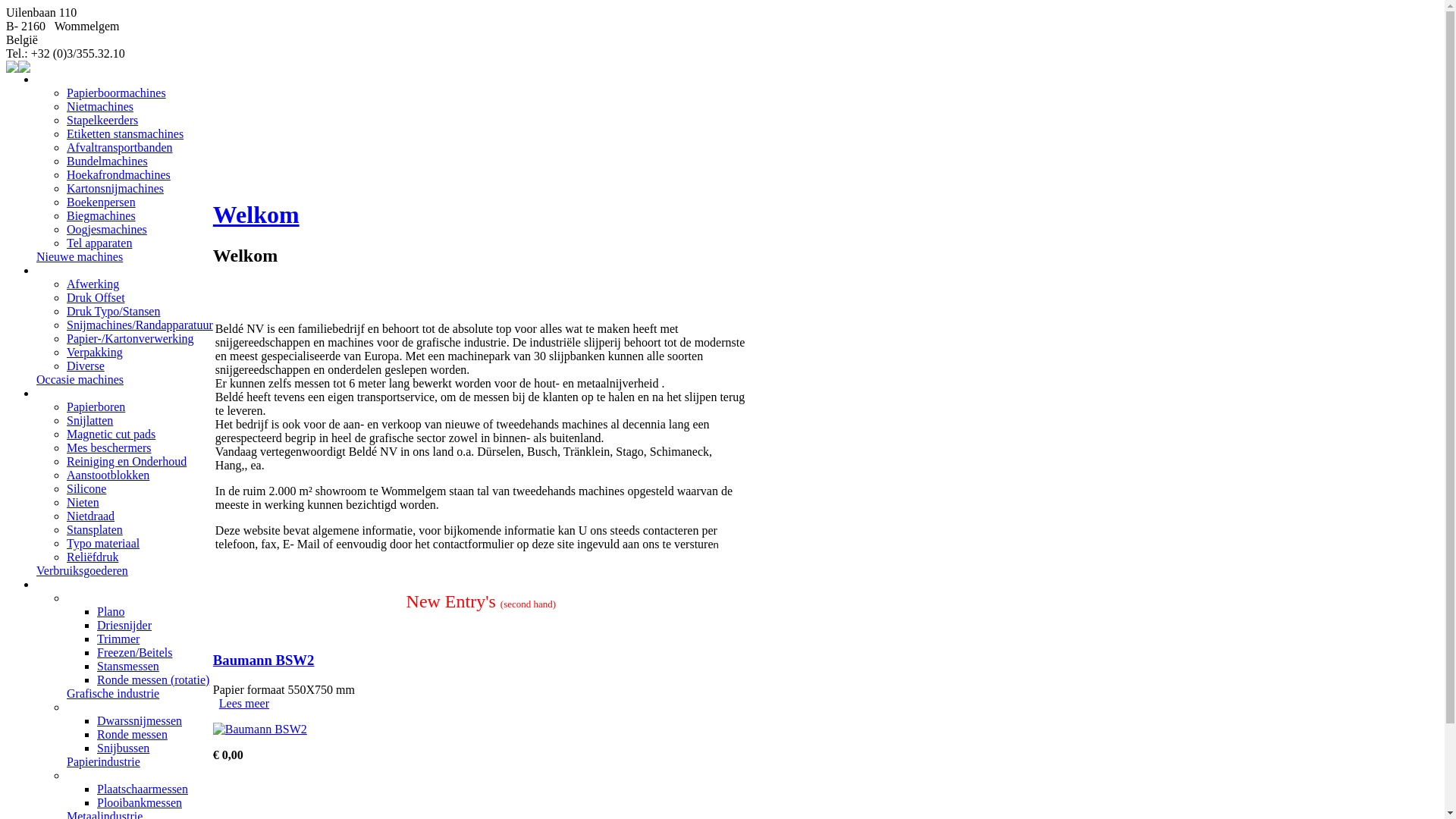 This screenshot has width=1456, height=819. What do you see at coordinates (127, 460) in the screenshot?
I see `'Reiniging en Onderhoud'` at bounding box center [127, 460].